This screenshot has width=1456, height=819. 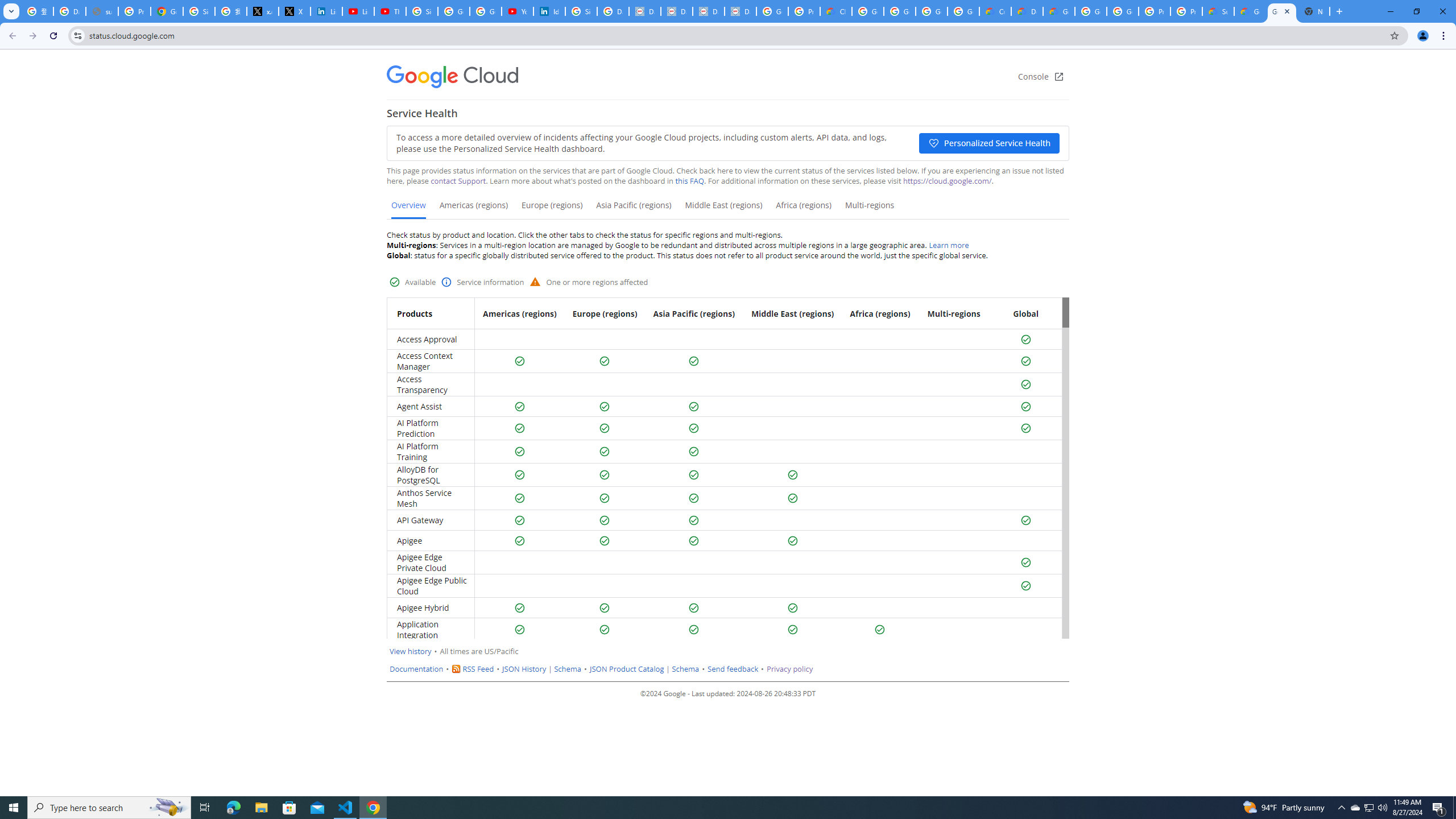 I want to click on 'Gemini for Business and Developers | Google Cloud', so click(x=1059, y=11).